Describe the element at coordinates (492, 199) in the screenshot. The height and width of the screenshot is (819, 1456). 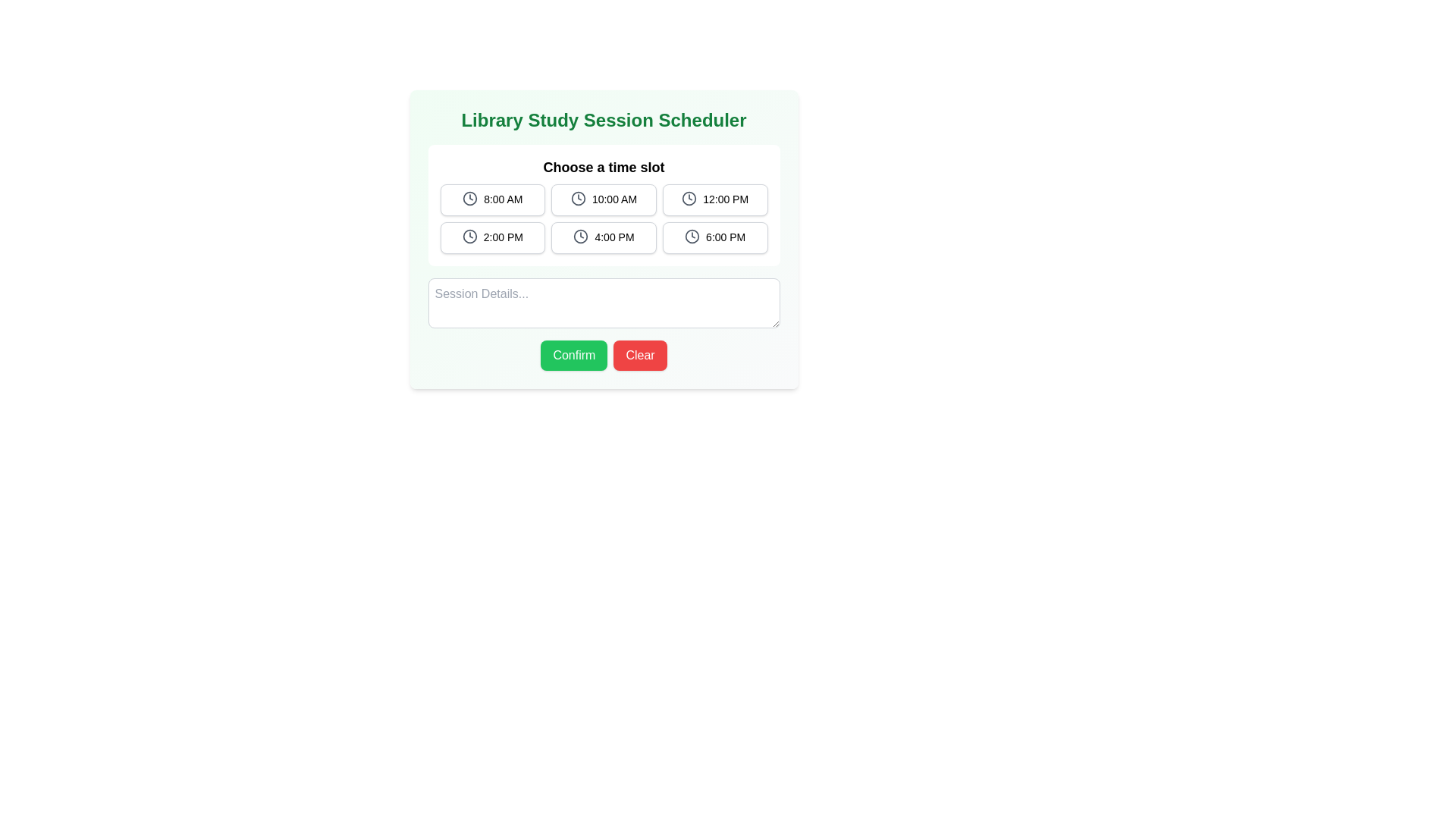
I see `the rectangular button with rounded corners that contains a clock icon and the text '8:00 AM'` at that location.